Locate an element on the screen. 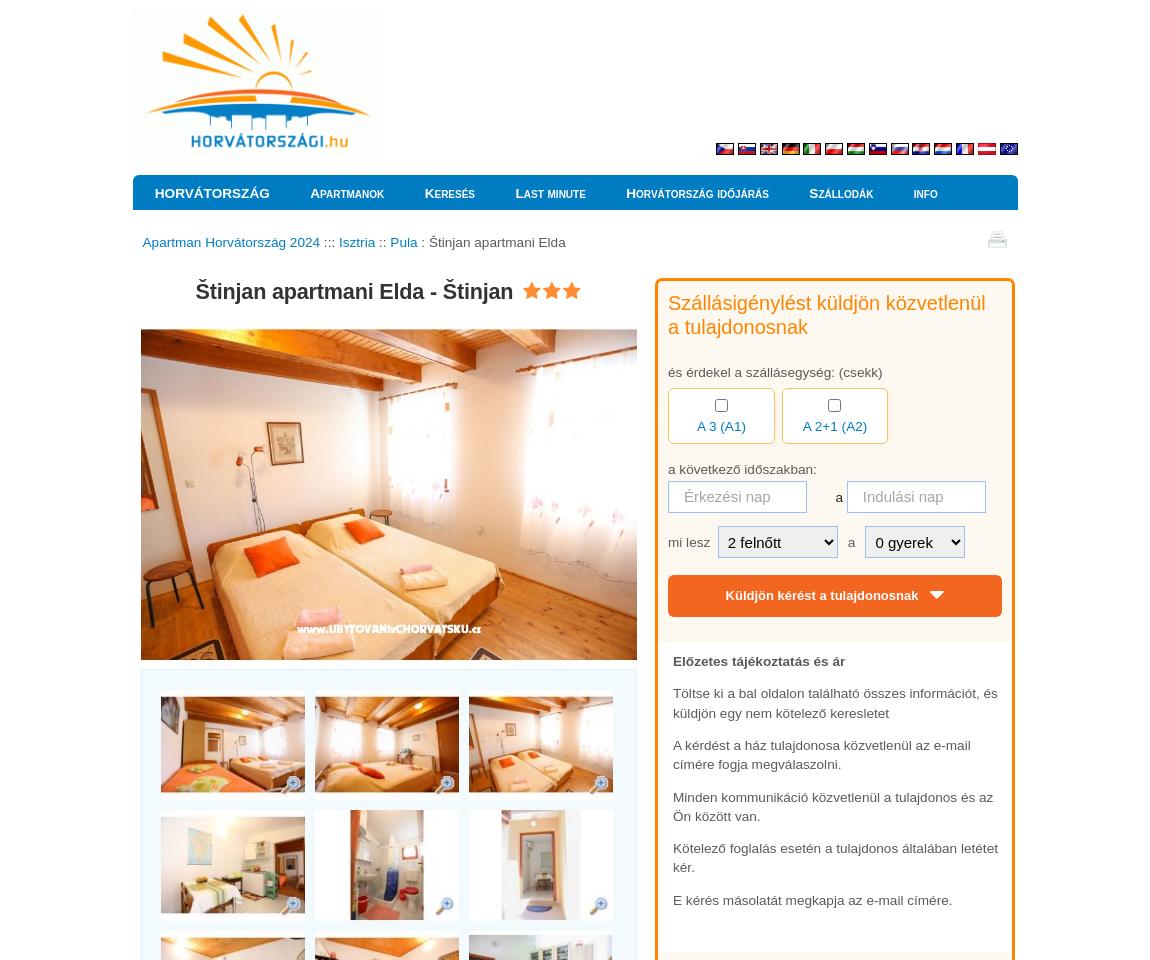  ':::' is located at coordinates (330, 240).